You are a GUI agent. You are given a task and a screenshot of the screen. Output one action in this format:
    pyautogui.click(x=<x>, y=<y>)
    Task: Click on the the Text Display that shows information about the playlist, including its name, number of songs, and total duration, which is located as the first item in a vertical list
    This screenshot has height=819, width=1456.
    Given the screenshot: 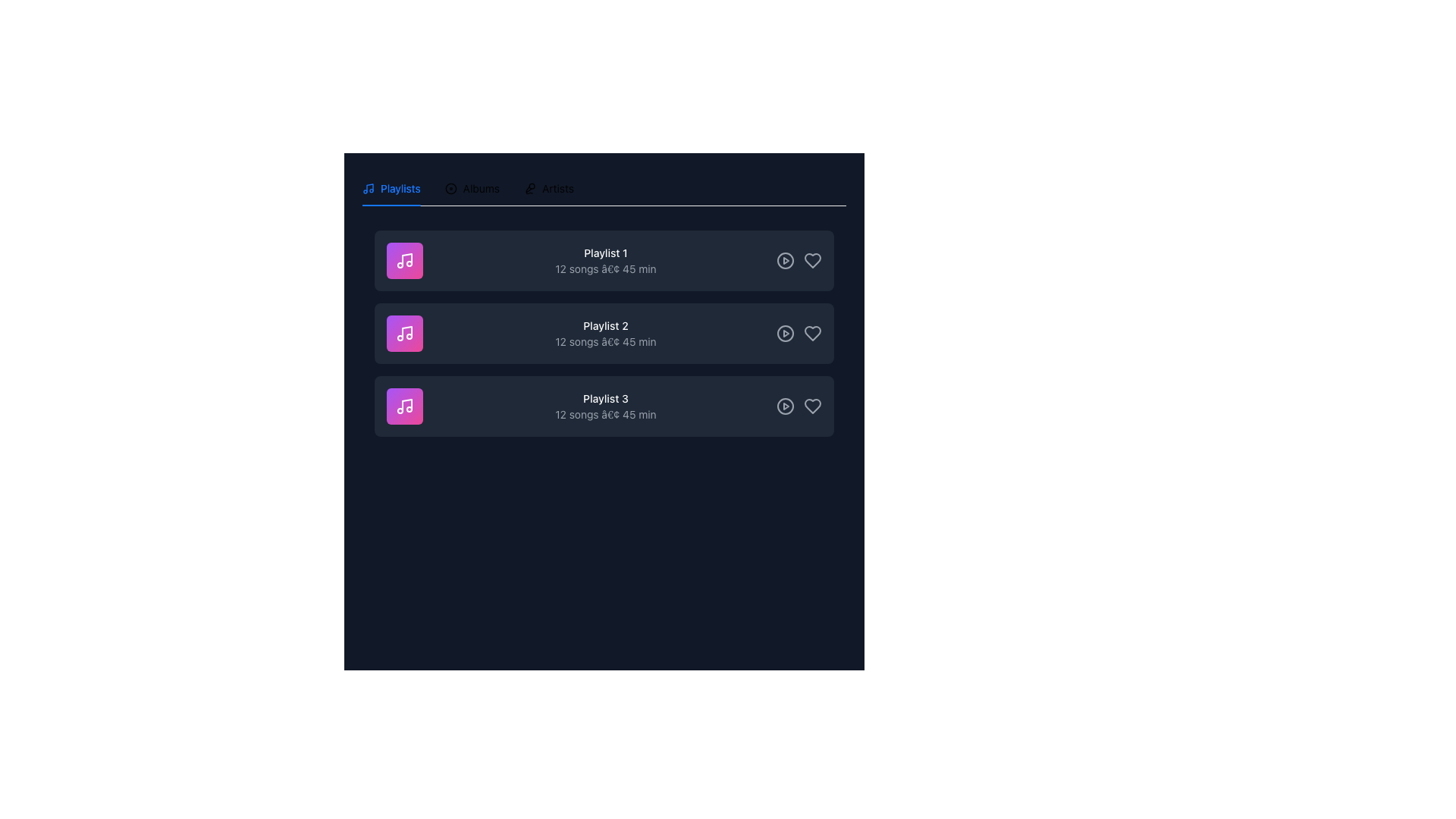 What is the action you would take?
    pyautogui.click(x=604, y=259)
    